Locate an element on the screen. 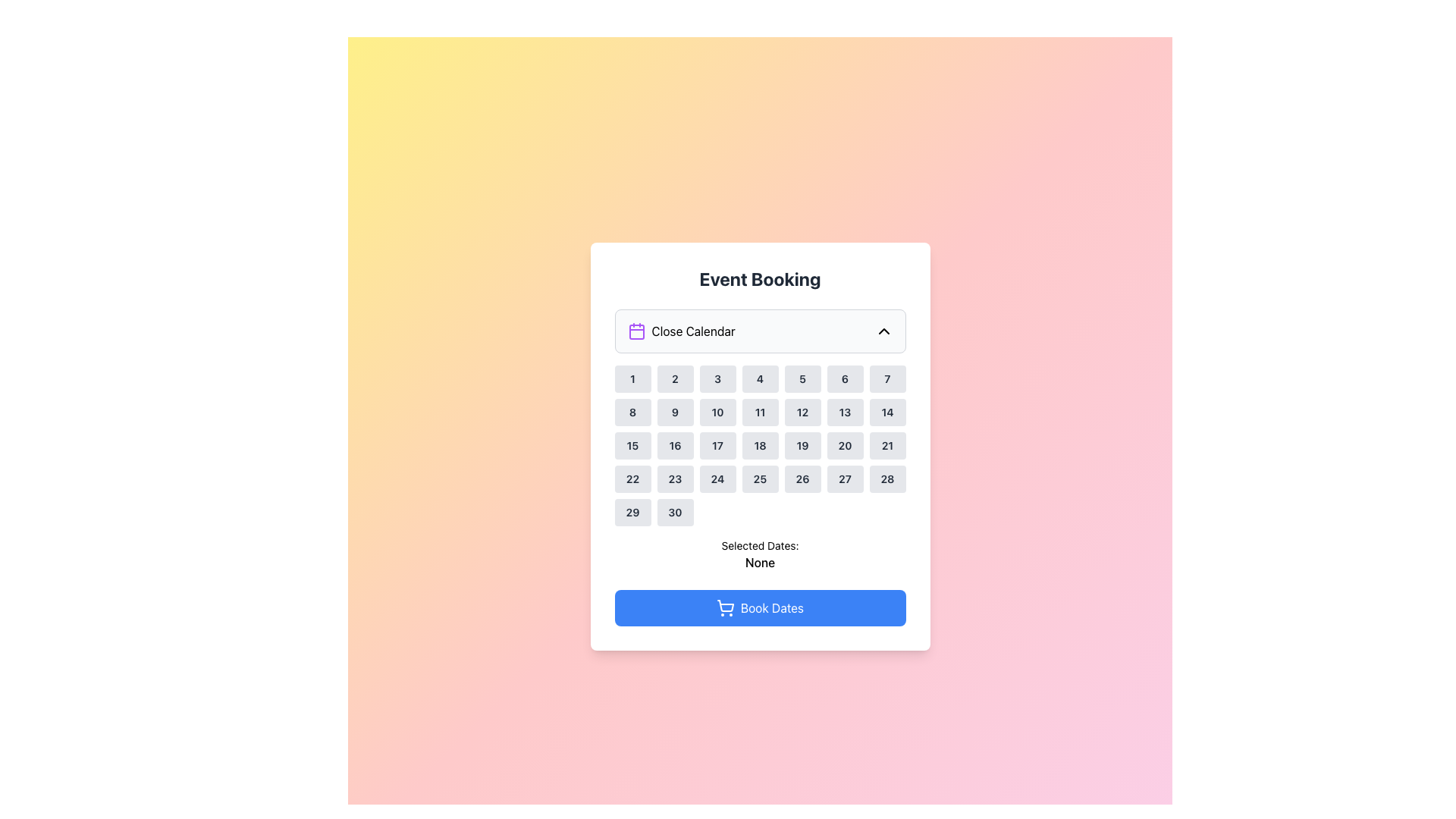 Image resolution: width=1456 pixels, height=819 pixels. the button labeled '14' in the calendar interface is located at coordinates (887, 412).